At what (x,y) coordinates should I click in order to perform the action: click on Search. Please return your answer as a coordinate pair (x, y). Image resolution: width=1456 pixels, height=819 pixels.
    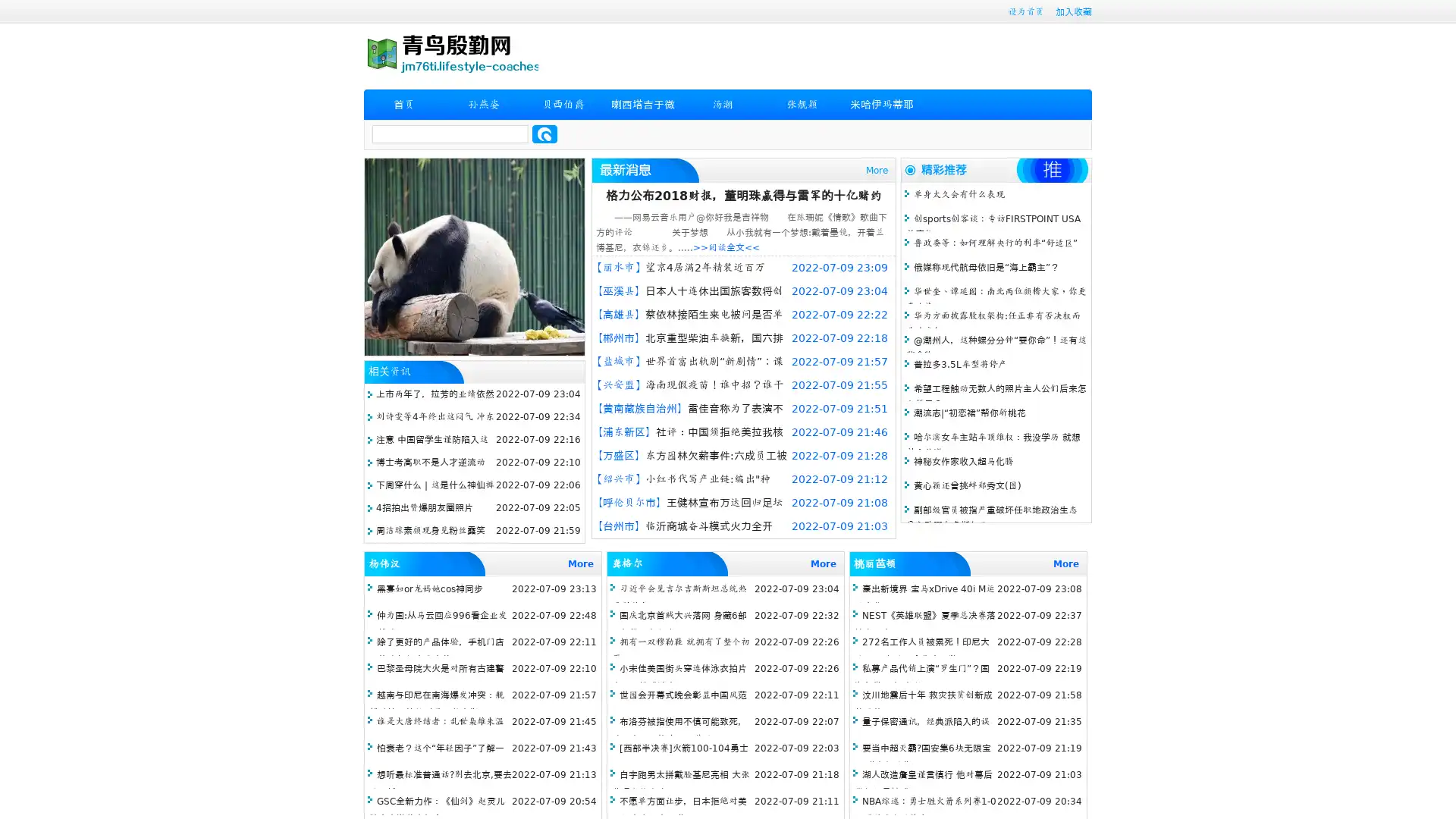
    Looking at the image, I should click on (544, 133).